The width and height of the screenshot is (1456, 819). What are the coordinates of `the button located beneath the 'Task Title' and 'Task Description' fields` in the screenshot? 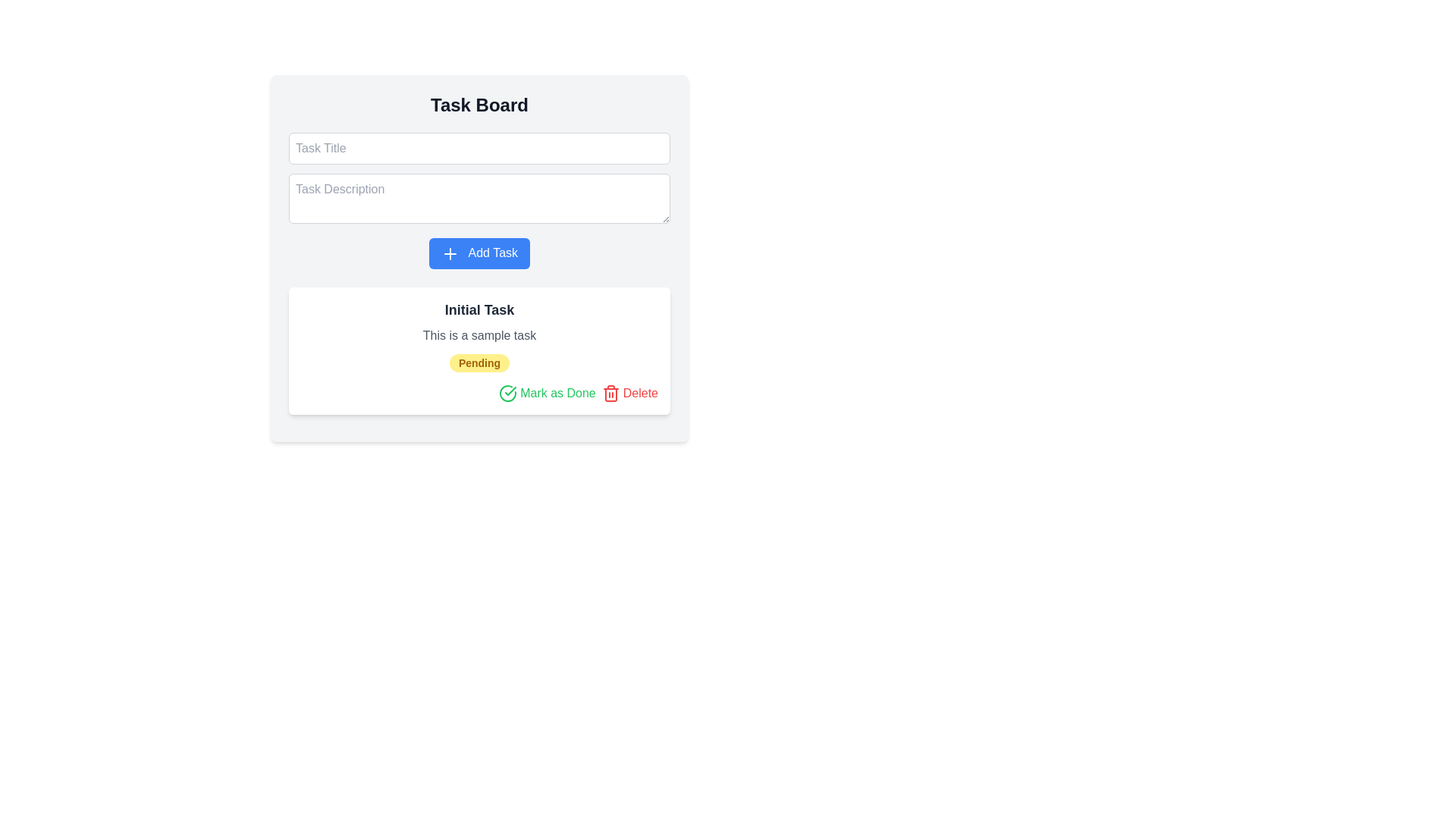 It's located at (479, 253).